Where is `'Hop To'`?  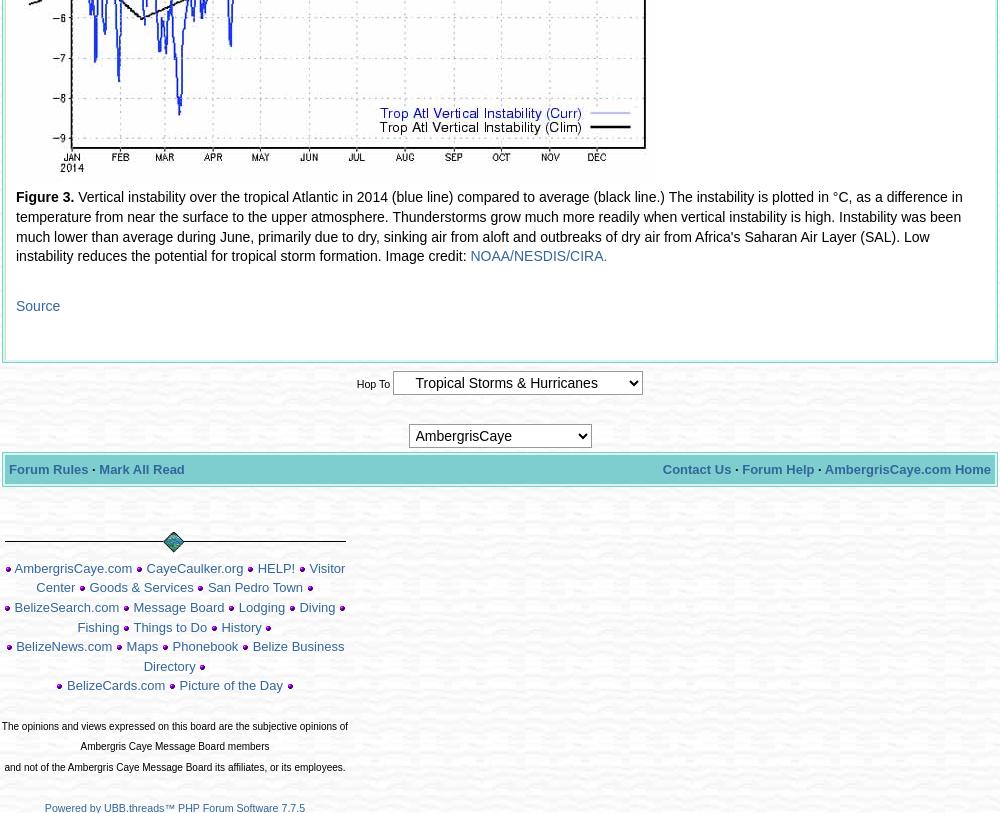
'Hop To' is located at coordinates (372, 382).